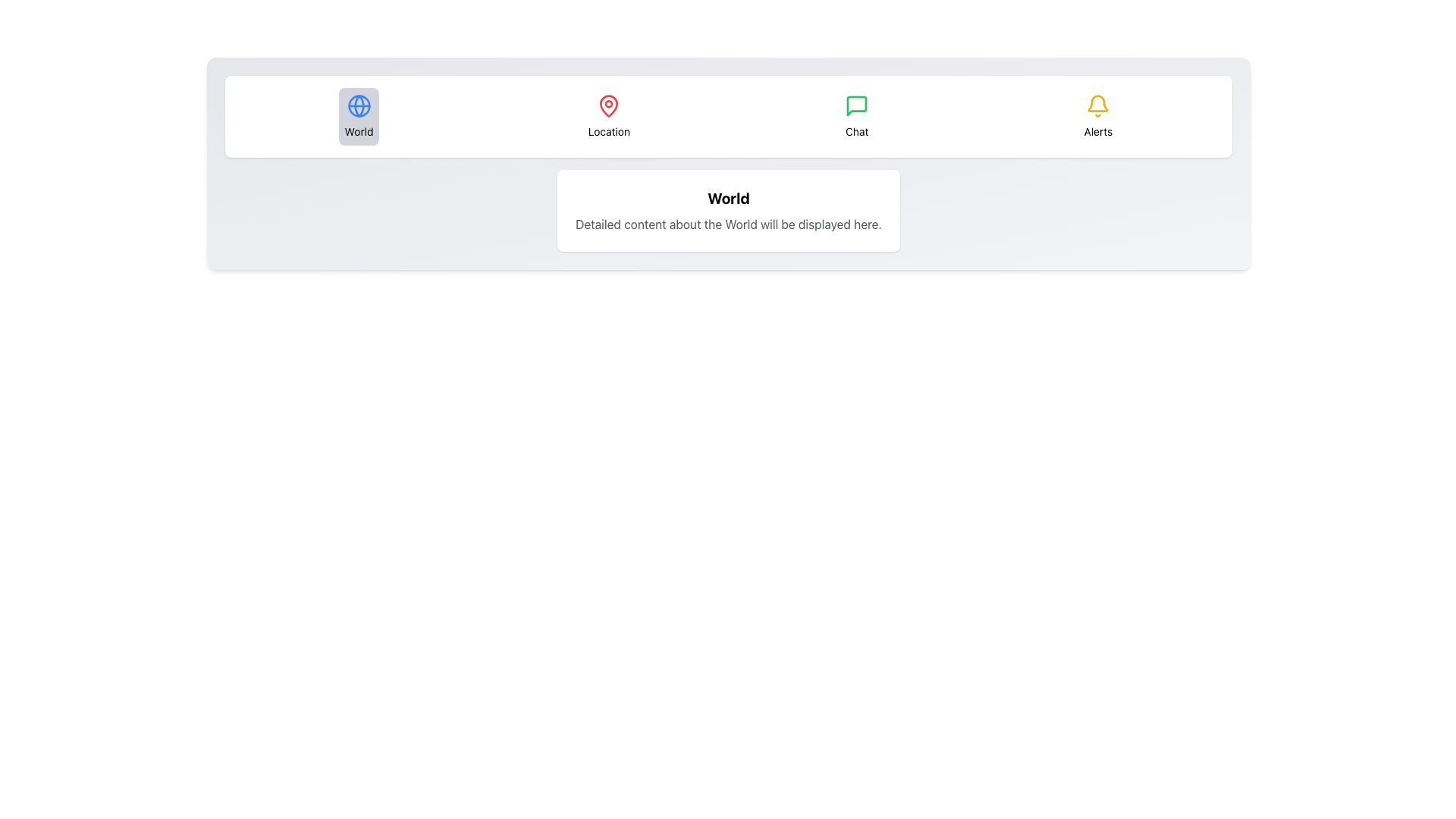 This screenshot has width=1456, height=819. What do you see at coordinates (358, 105) in the screenshot?
I see `the appearance of the SVG Circle Component representing the central part of a globe icon in the first navigation item on the top navigation bar` at bounding box center [358, 105].